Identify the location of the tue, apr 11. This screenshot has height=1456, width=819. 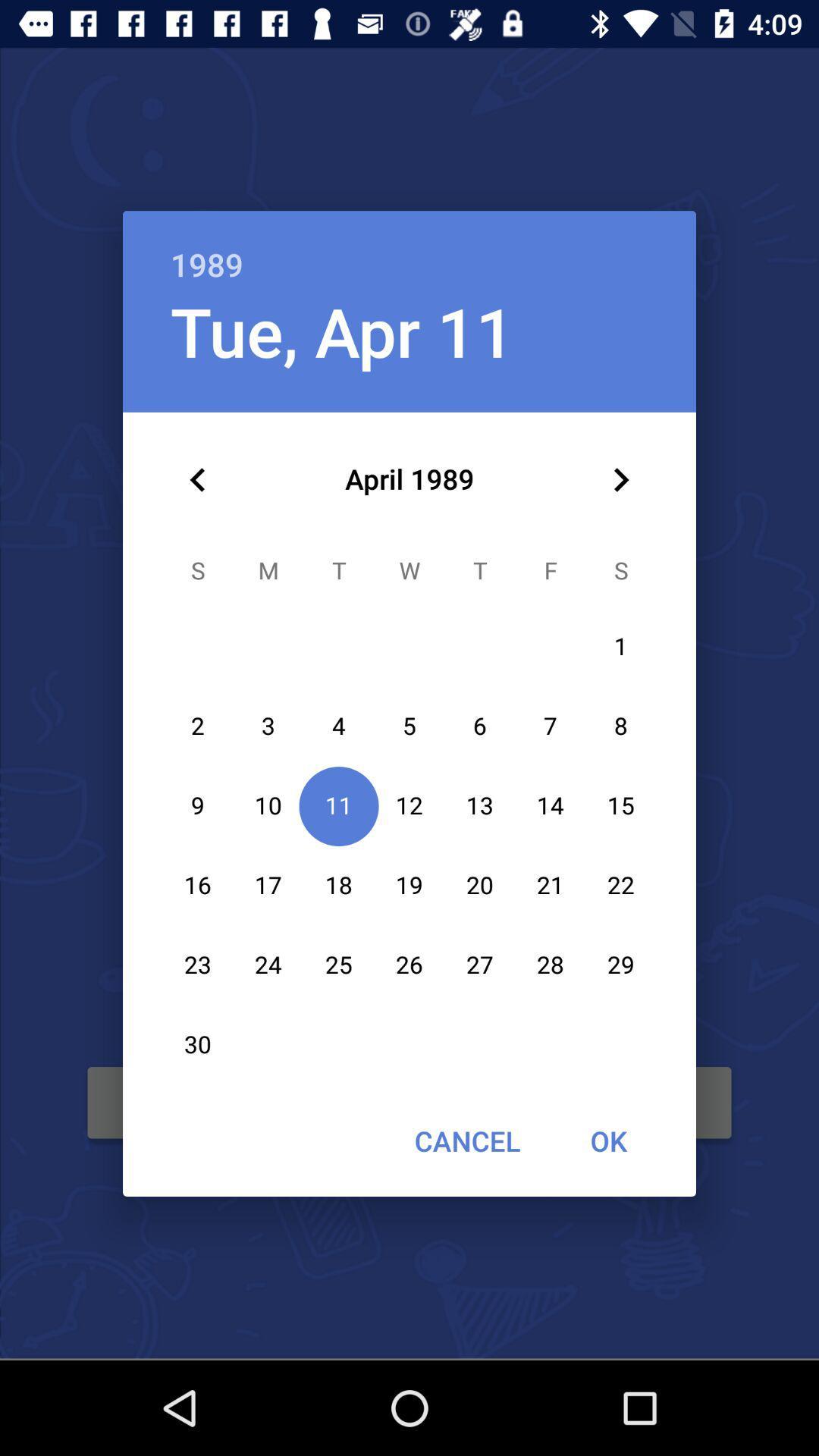
(342, 330).